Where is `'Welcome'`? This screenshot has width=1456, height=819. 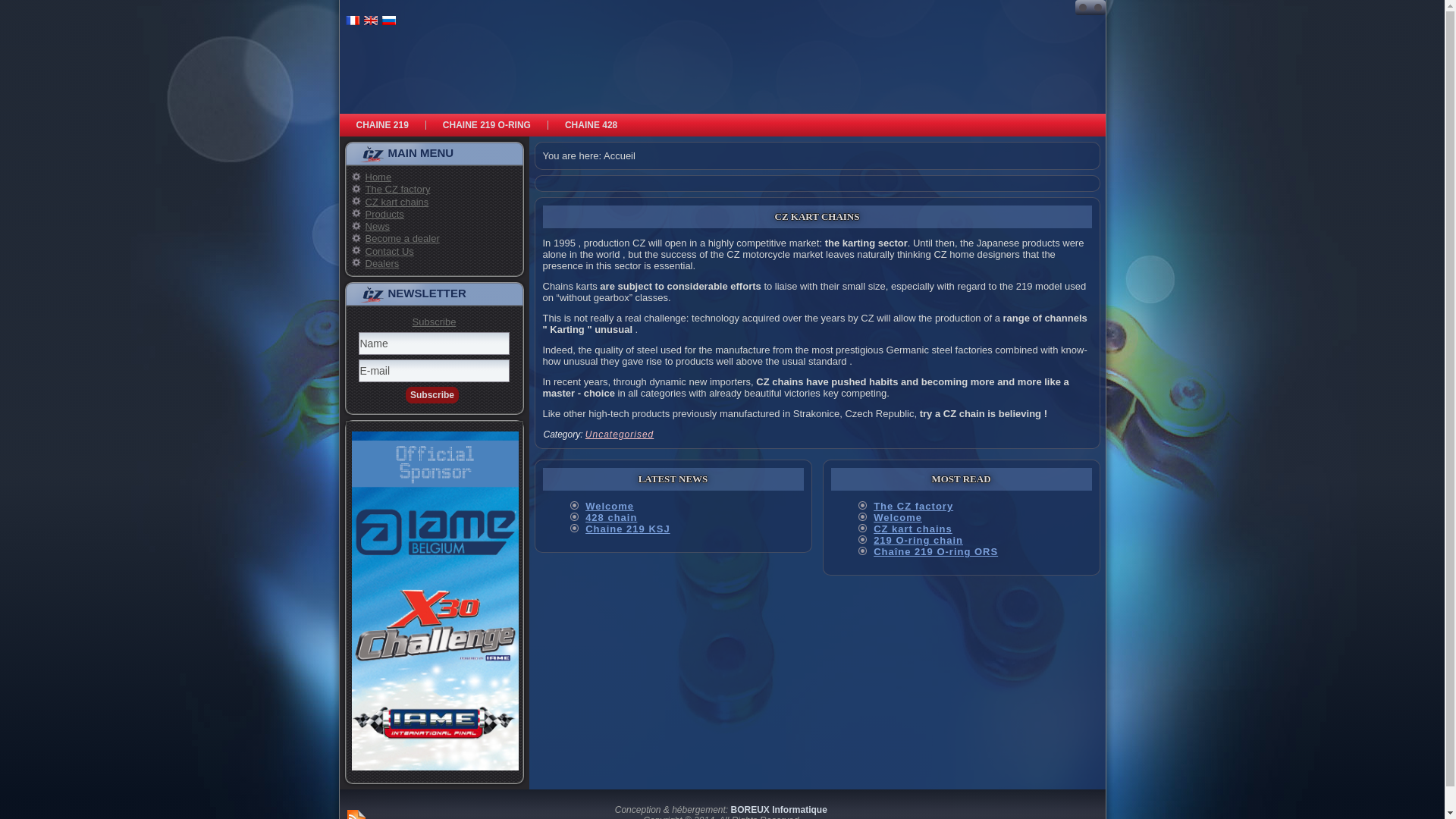 'Welcome' is located at coordinates (898, 516).